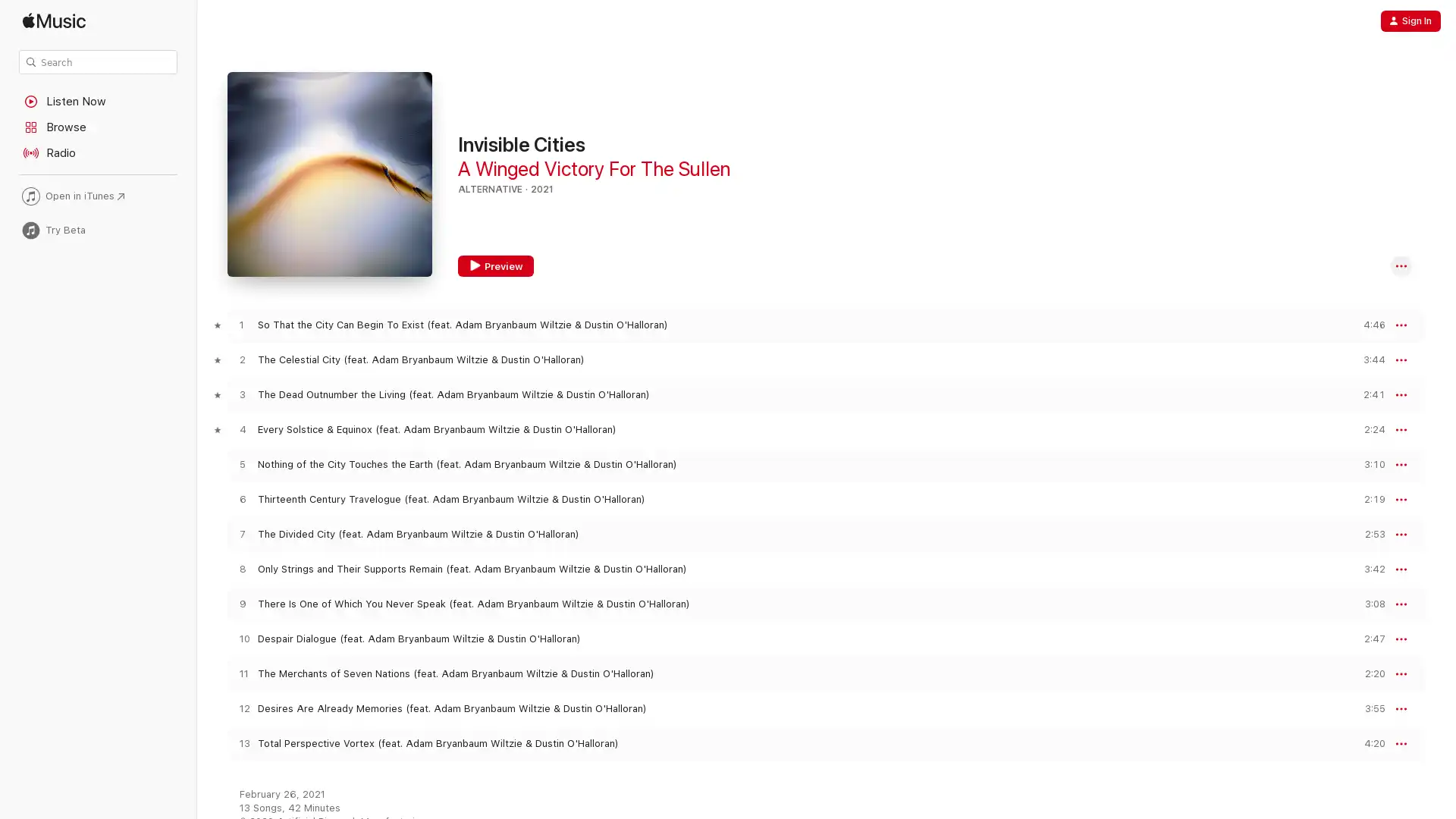 The width and height of the screenshot is (1456, 819). Describe the element at coordinates (97, 195) in the screenshot. I see `Open in iTunes` at that location.